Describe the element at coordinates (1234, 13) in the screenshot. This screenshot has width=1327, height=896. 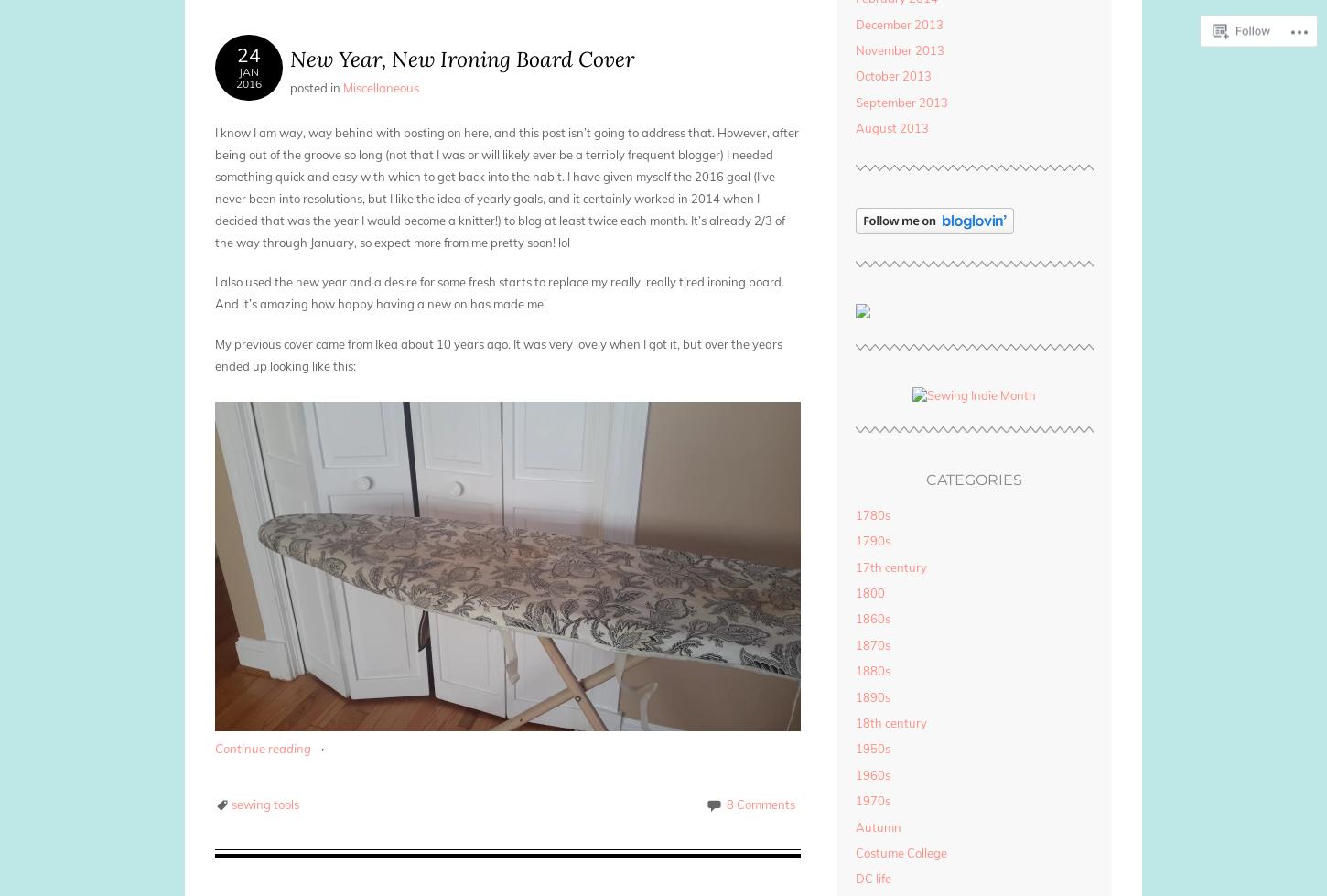
I see `'Follow'` at that location.